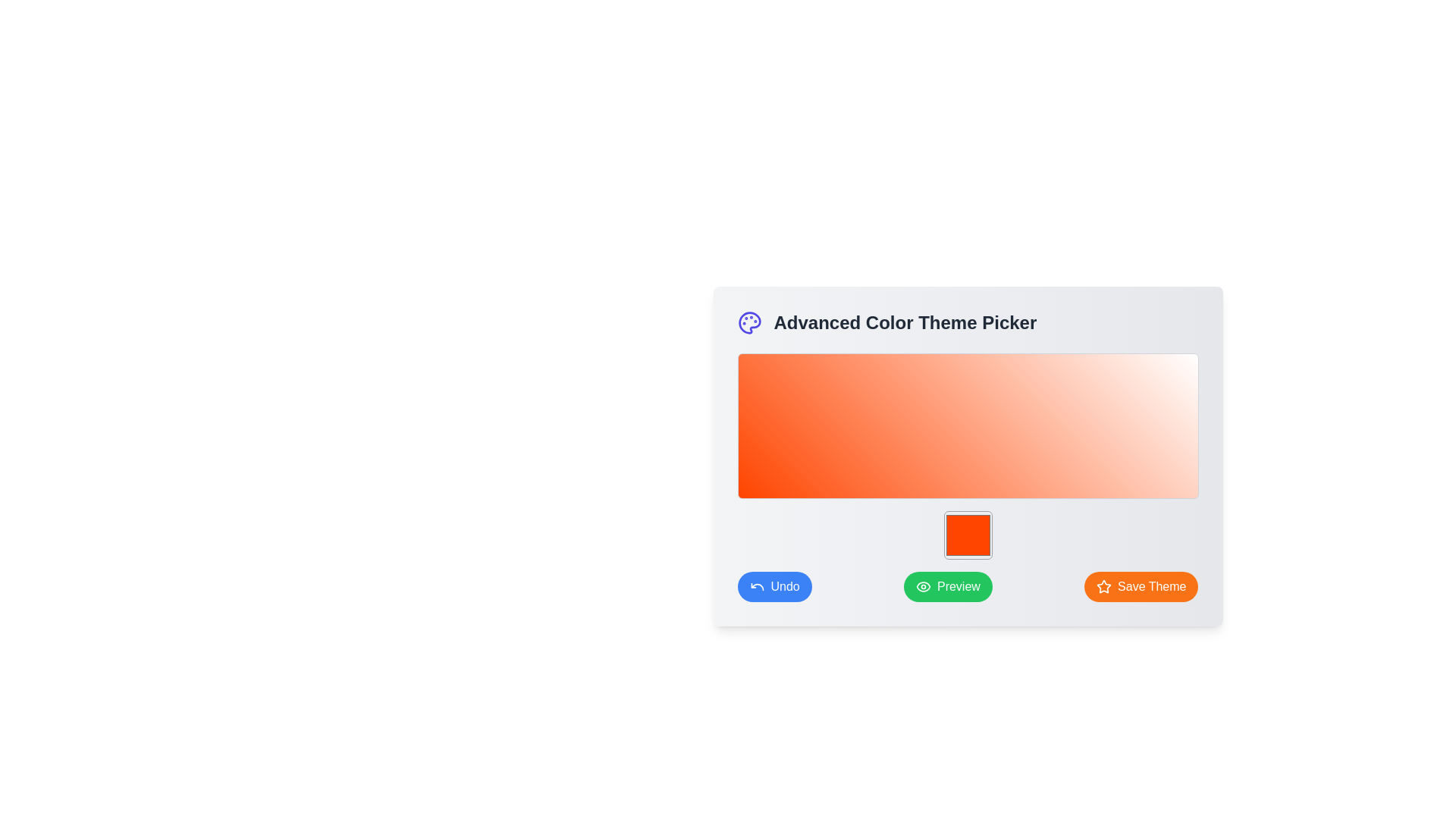 The width and height of the screenshot is (1456, 819). I want to click on the orange star-shaped icon located near the bottom right corner of the interface, so click(1104, 585).